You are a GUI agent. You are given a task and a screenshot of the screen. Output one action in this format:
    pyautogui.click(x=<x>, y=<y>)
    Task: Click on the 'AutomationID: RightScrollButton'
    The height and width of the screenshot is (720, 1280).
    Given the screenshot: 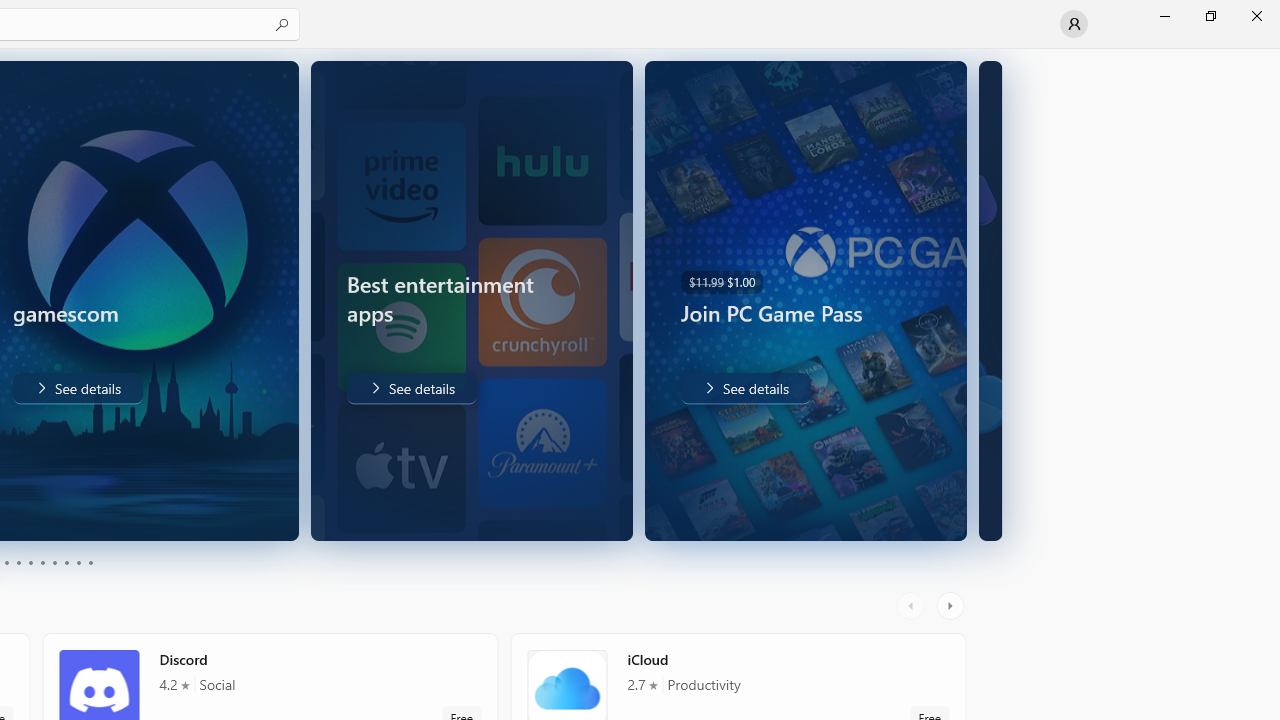 What is the action you would take?
    pyautogui.click(x=951, y=605)
    